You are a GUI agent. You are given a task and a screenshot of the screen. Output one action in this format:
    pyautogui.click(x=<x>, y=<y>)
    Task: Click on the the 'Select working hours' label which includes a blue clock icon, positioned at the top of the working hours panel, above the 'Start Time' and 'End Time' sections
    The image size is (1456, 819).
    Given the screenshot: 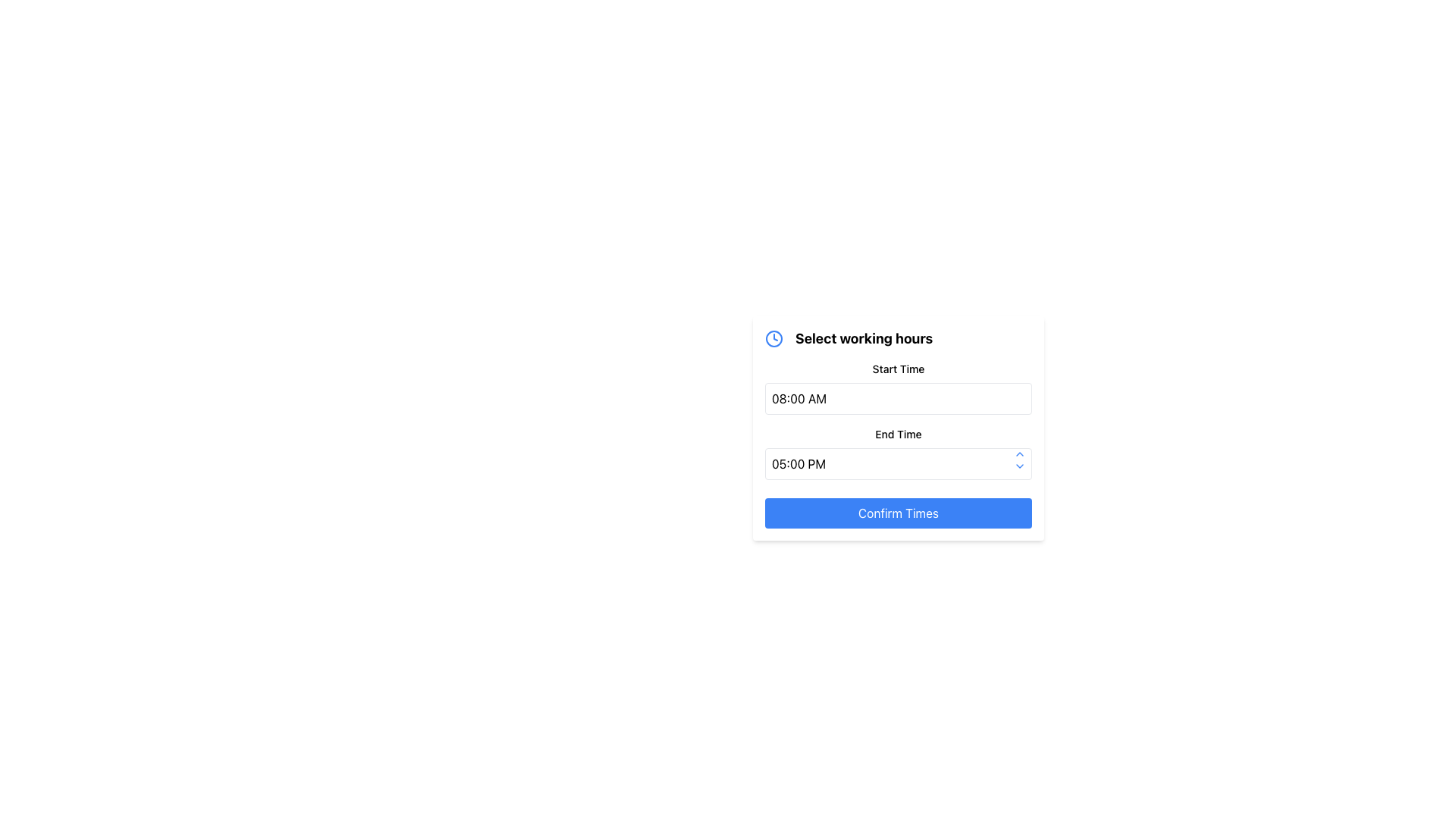 What is the action you would take?
    pyautogui.click(x=899, y=338)
    